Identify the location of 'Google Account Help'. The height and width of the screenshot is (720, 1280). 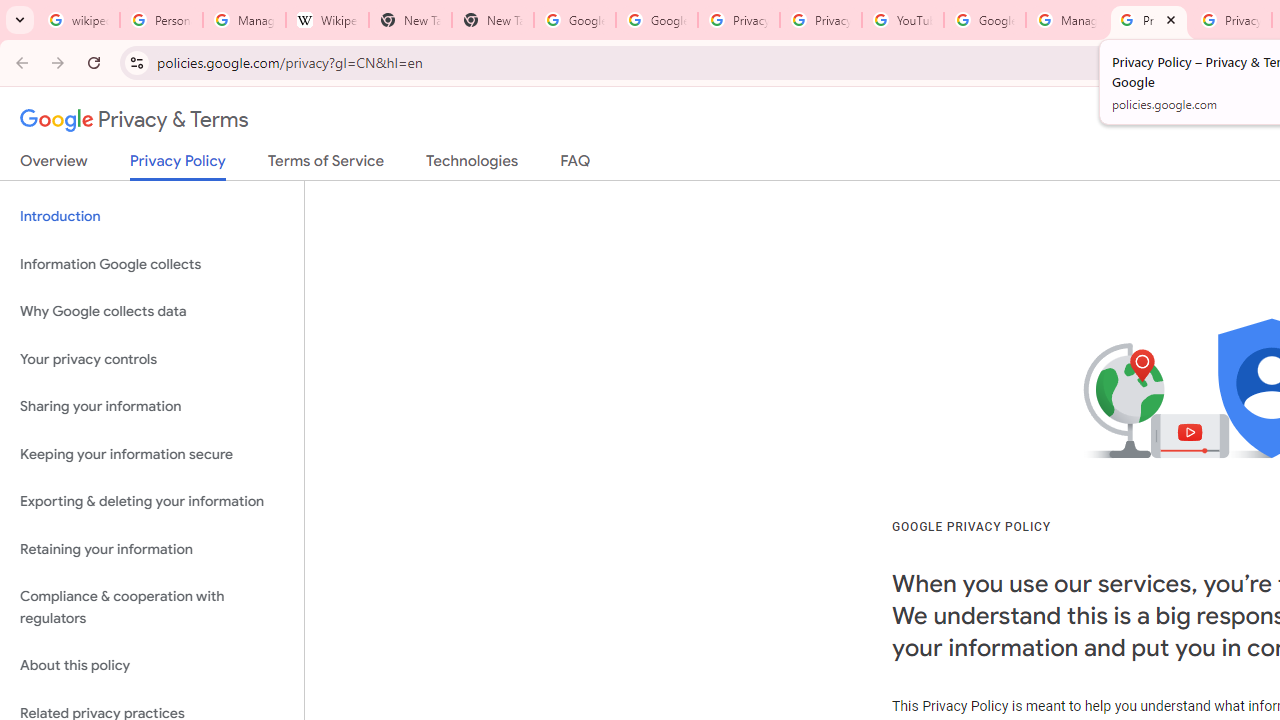
(984, 20).